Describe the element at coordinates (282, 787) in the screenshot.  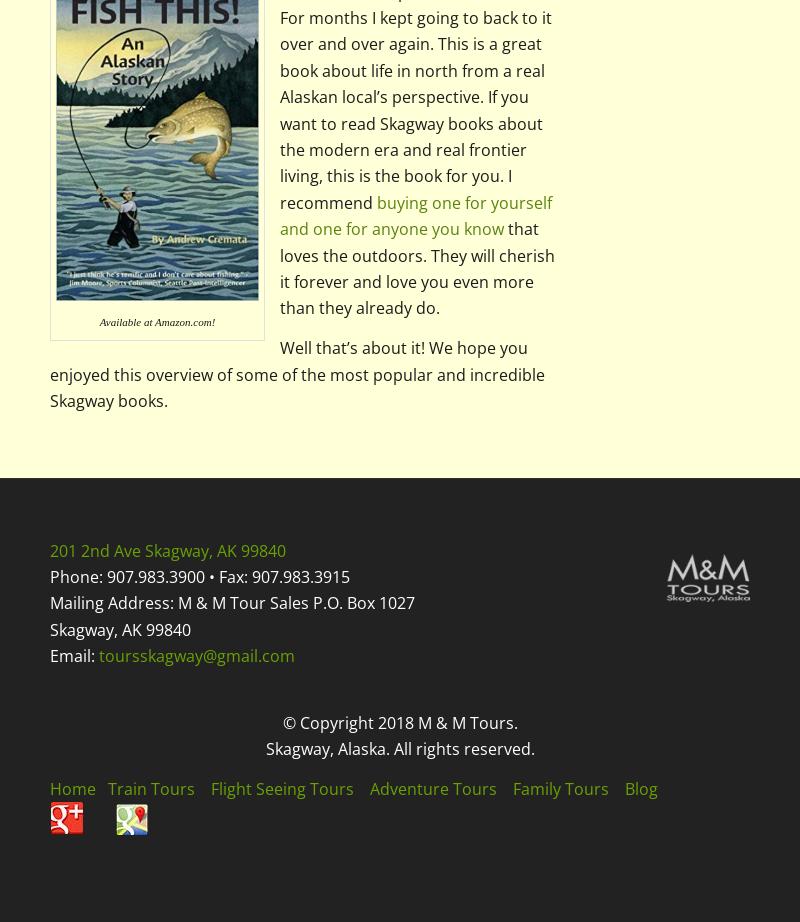
I see `'Flight Seeing Tours'` at that location.